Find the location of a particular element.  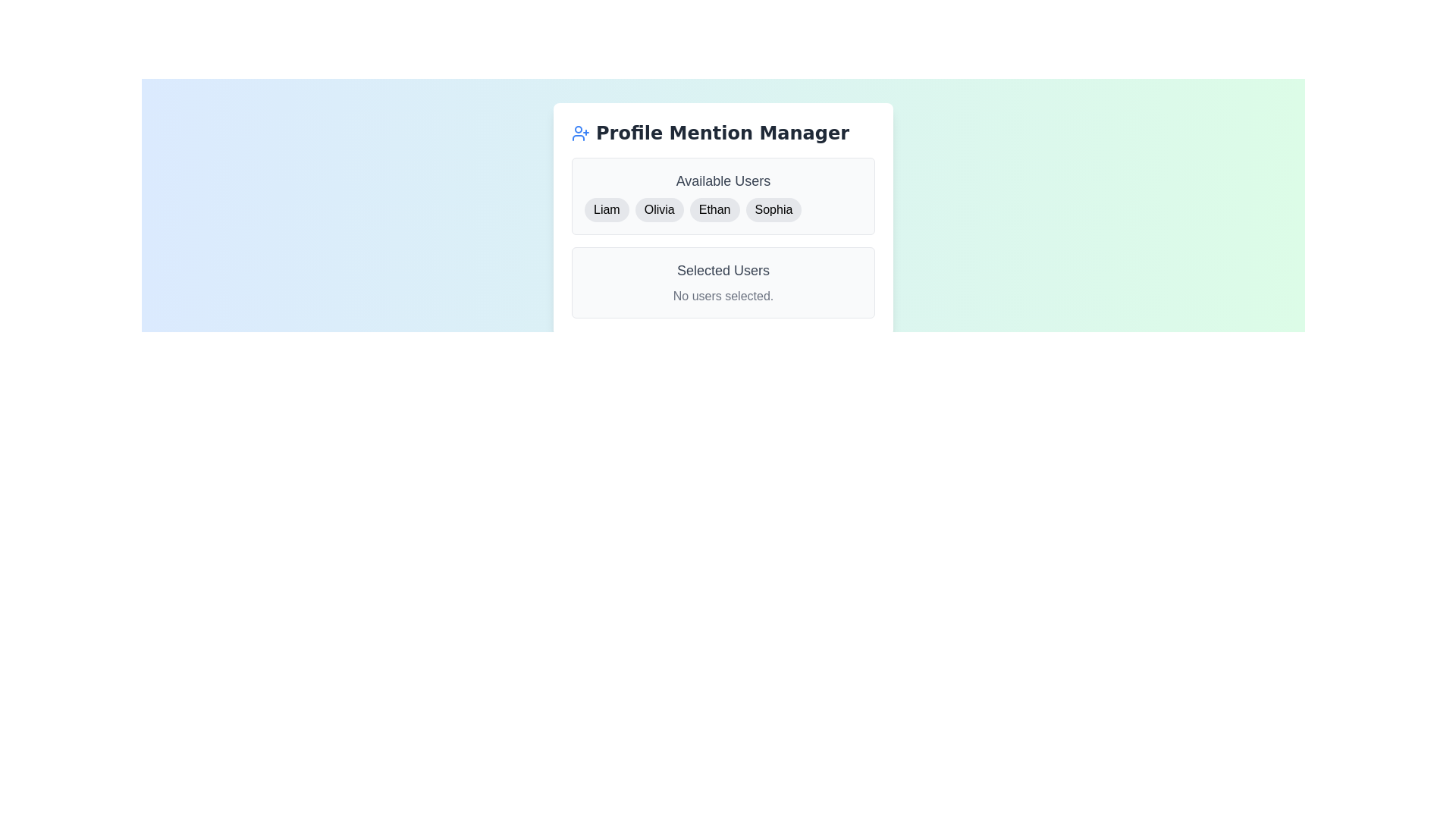

the 'Liam' button in the 'Available Users' section of the 'Profile Mention Manager' panel to observe a change in background color is located at coordinates (607, 210).